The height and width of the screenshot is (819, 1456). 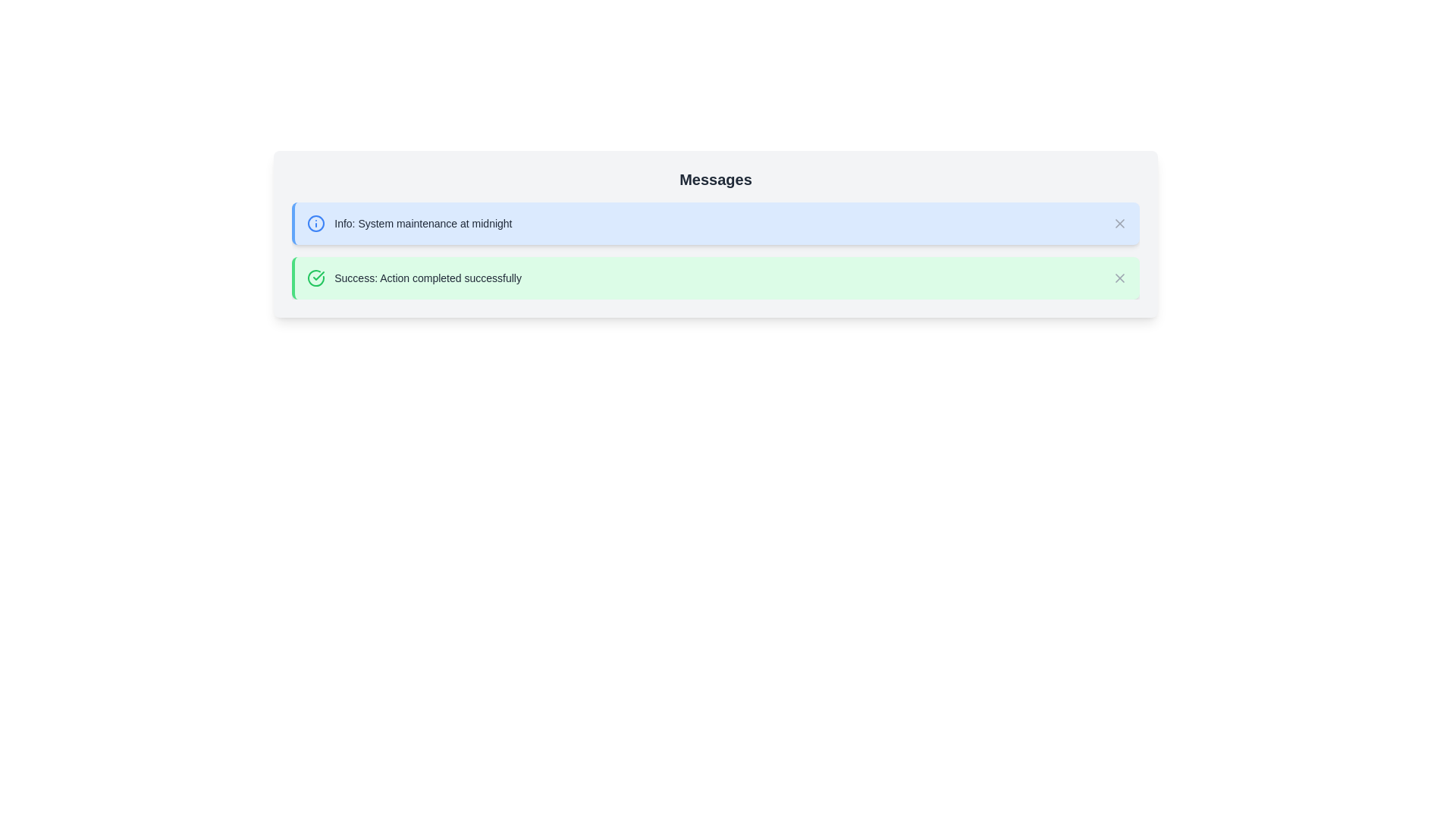 I want to click on the circular green icon with a checkmark inside, located in the success notification bar preceding the text 'Success: Action completed successfully.', so click(x=315, y=278).